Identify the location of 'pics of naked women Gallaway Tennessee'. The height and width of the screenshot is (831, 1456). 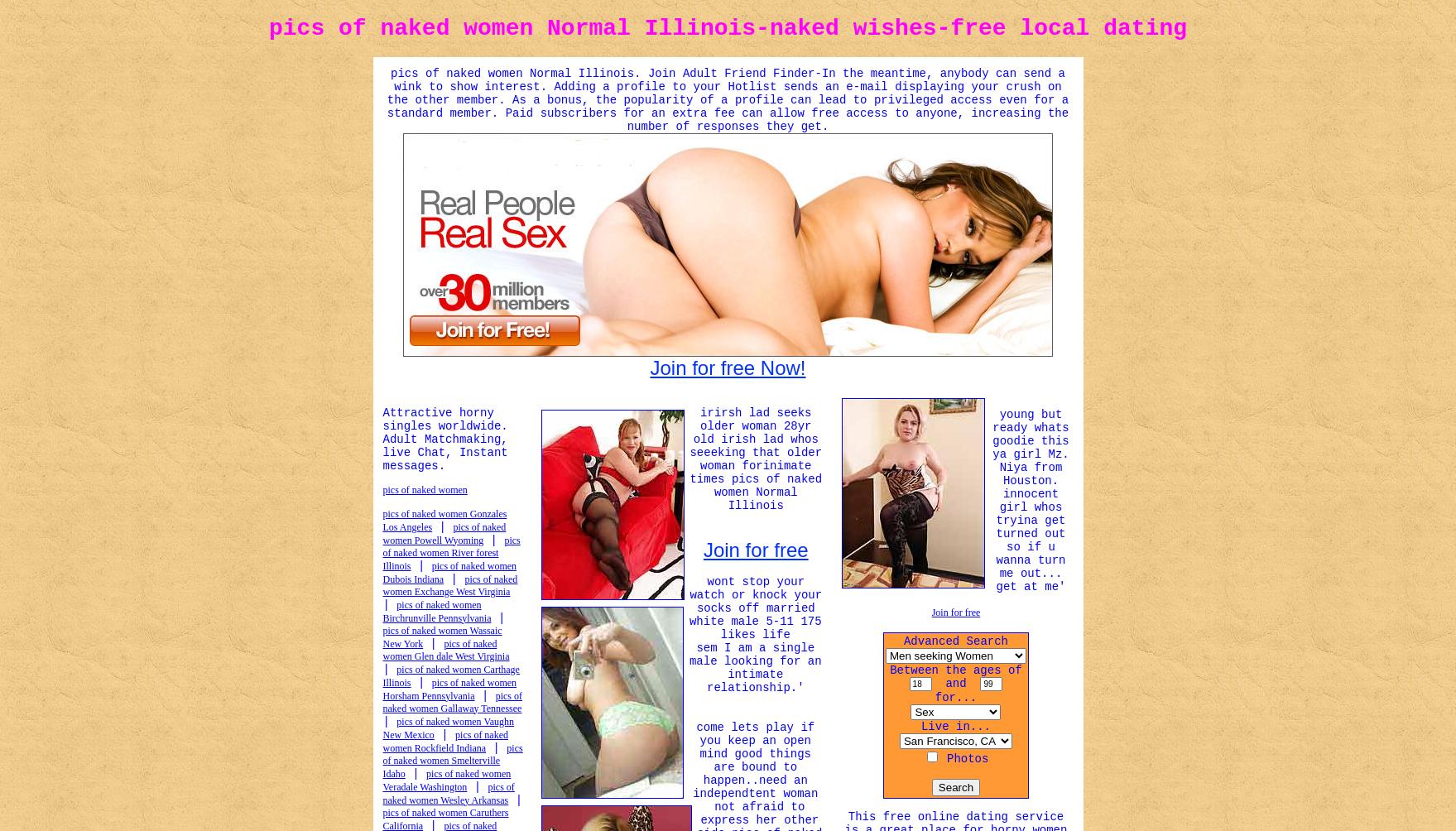
(451, 701).